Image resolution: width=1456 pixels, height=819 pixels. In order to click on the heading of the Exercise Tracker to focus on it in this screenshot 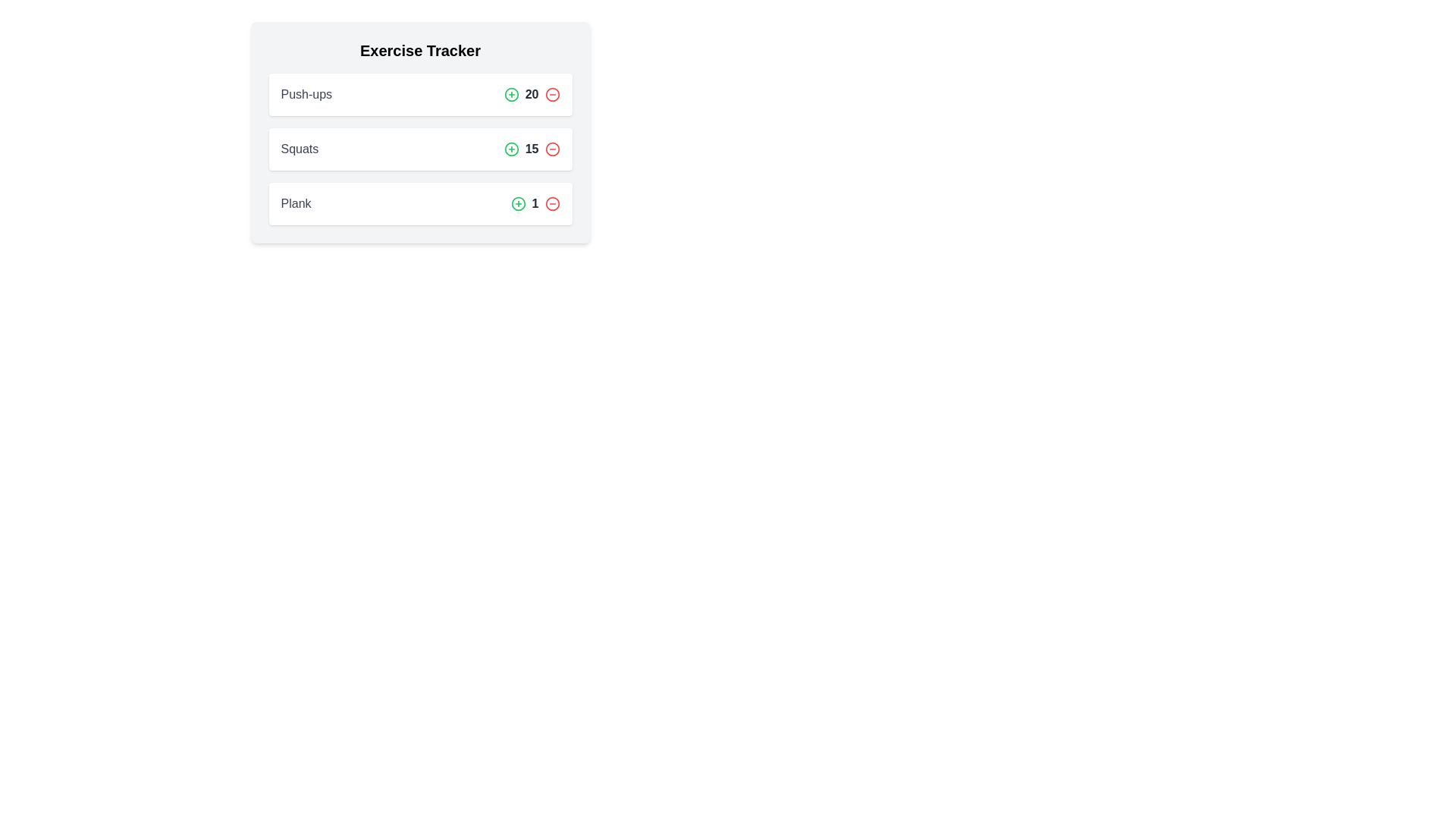, I will do `click(420, 49)`.